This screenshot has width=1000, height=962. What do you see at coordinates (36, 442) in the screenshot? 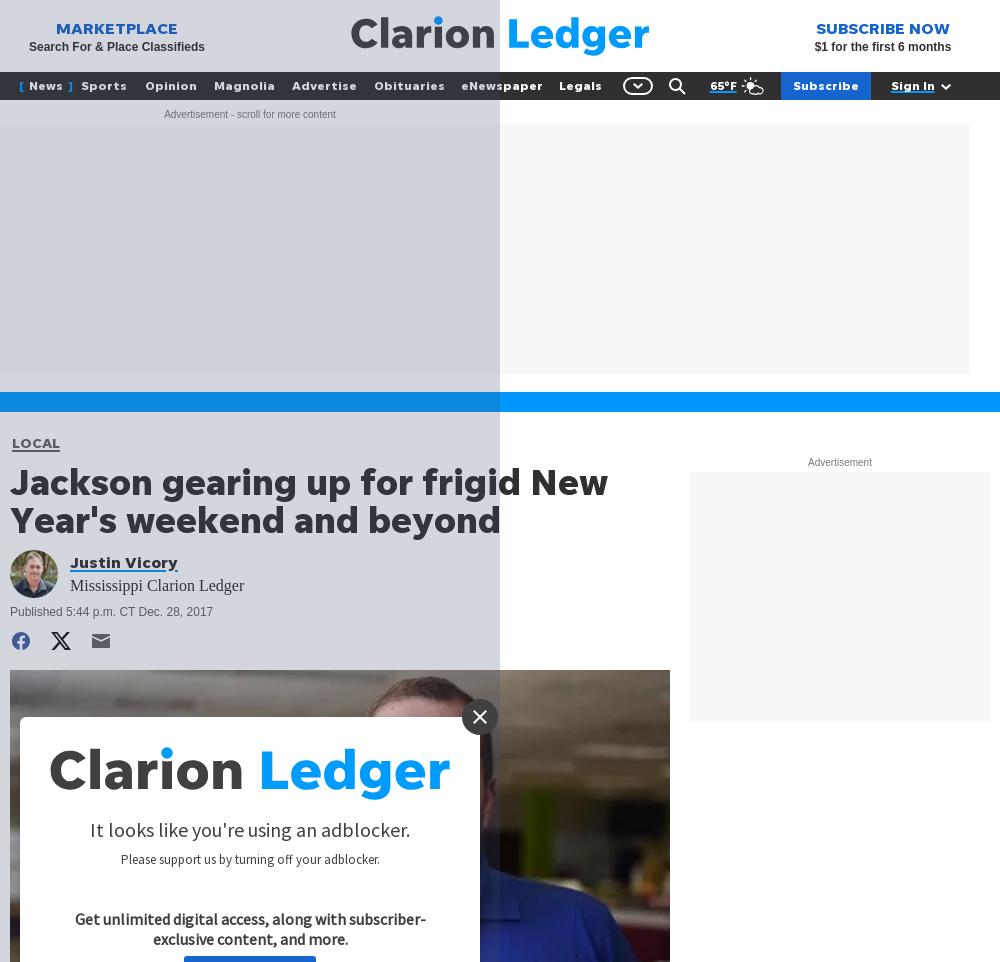
I see `'LOCAL'` at bounding box center [36, 442].